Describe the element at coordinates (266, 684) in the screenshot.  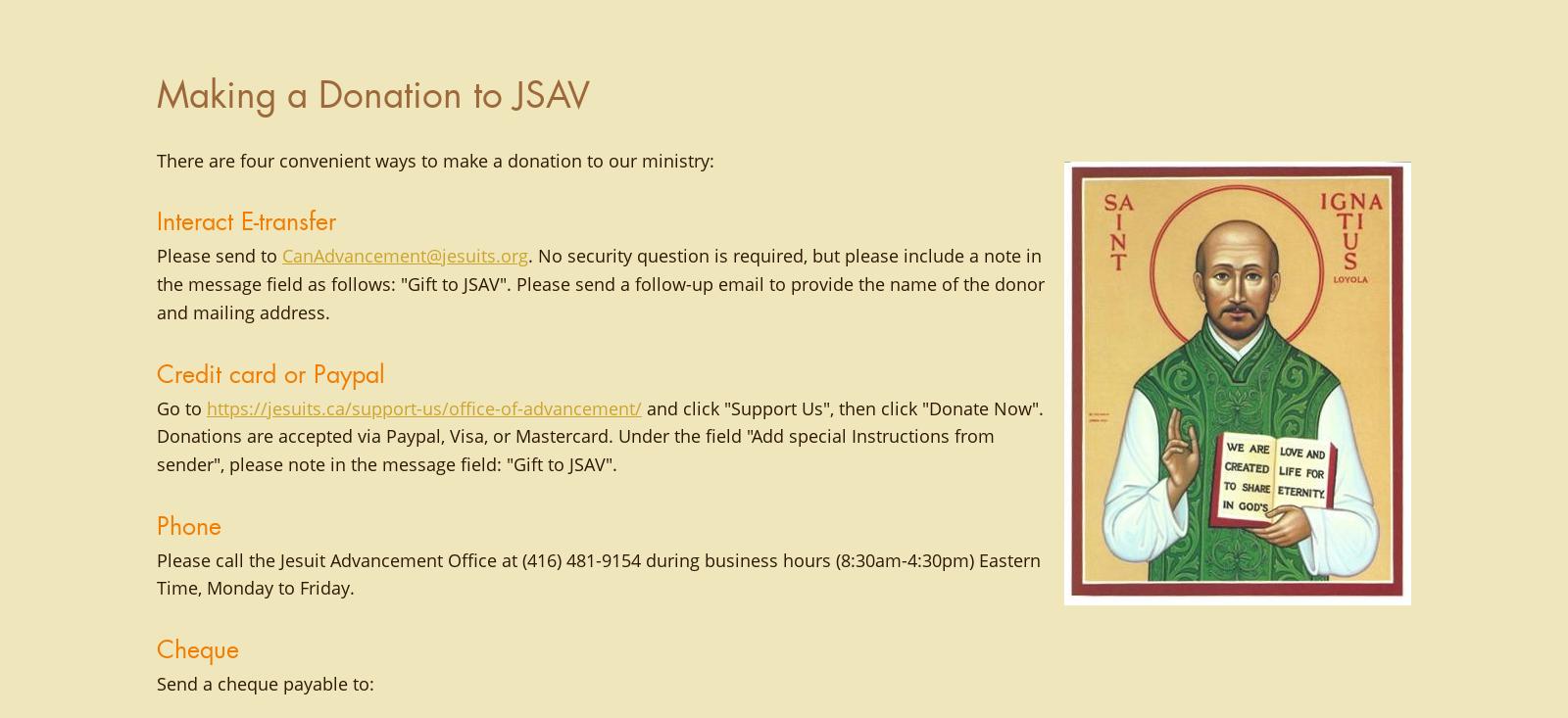
I see `'Send a cheque payable to:'` at that location.